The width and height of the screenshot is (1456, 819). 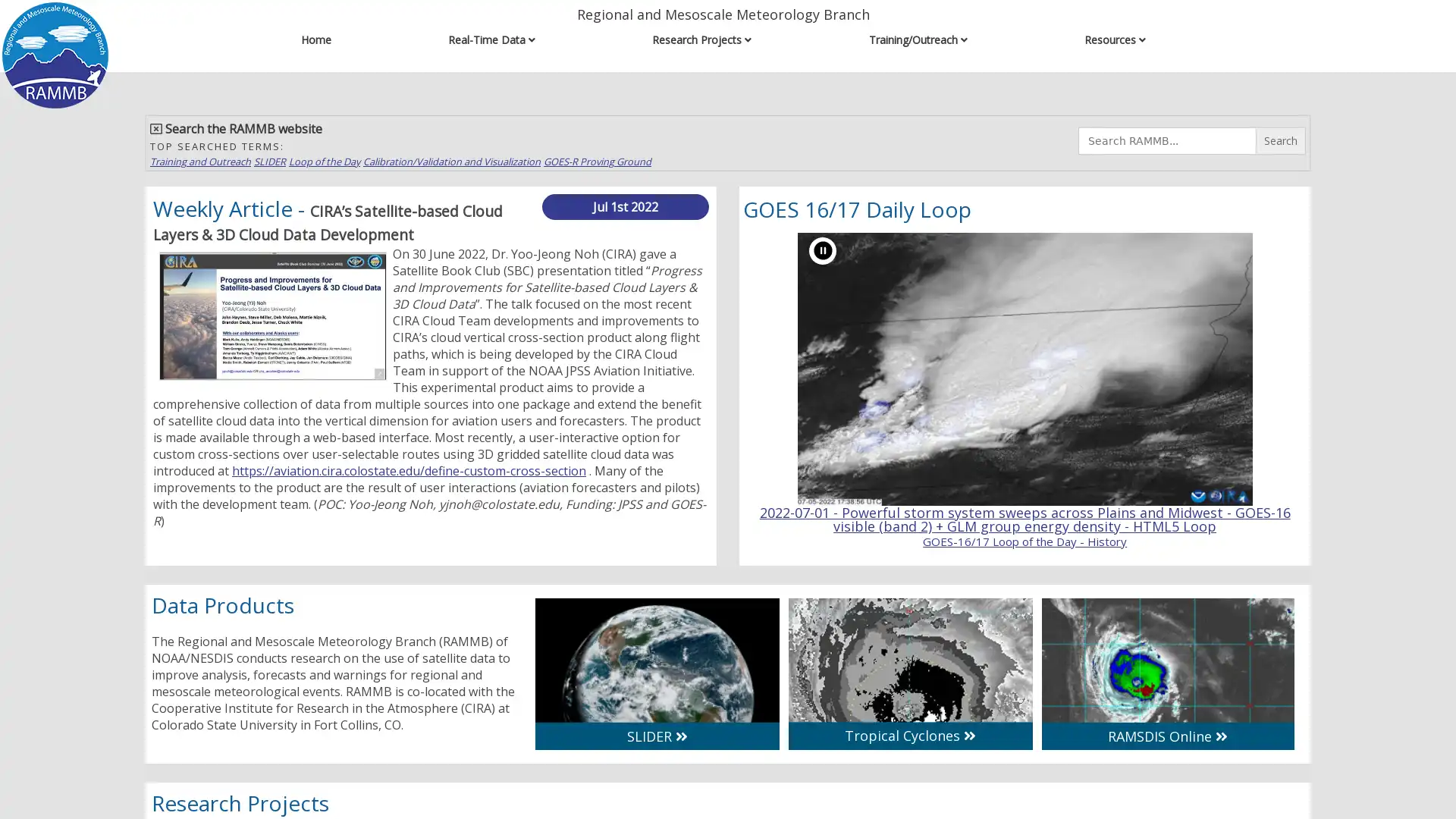 I want to click on Search, so click(x=1280, y=140).